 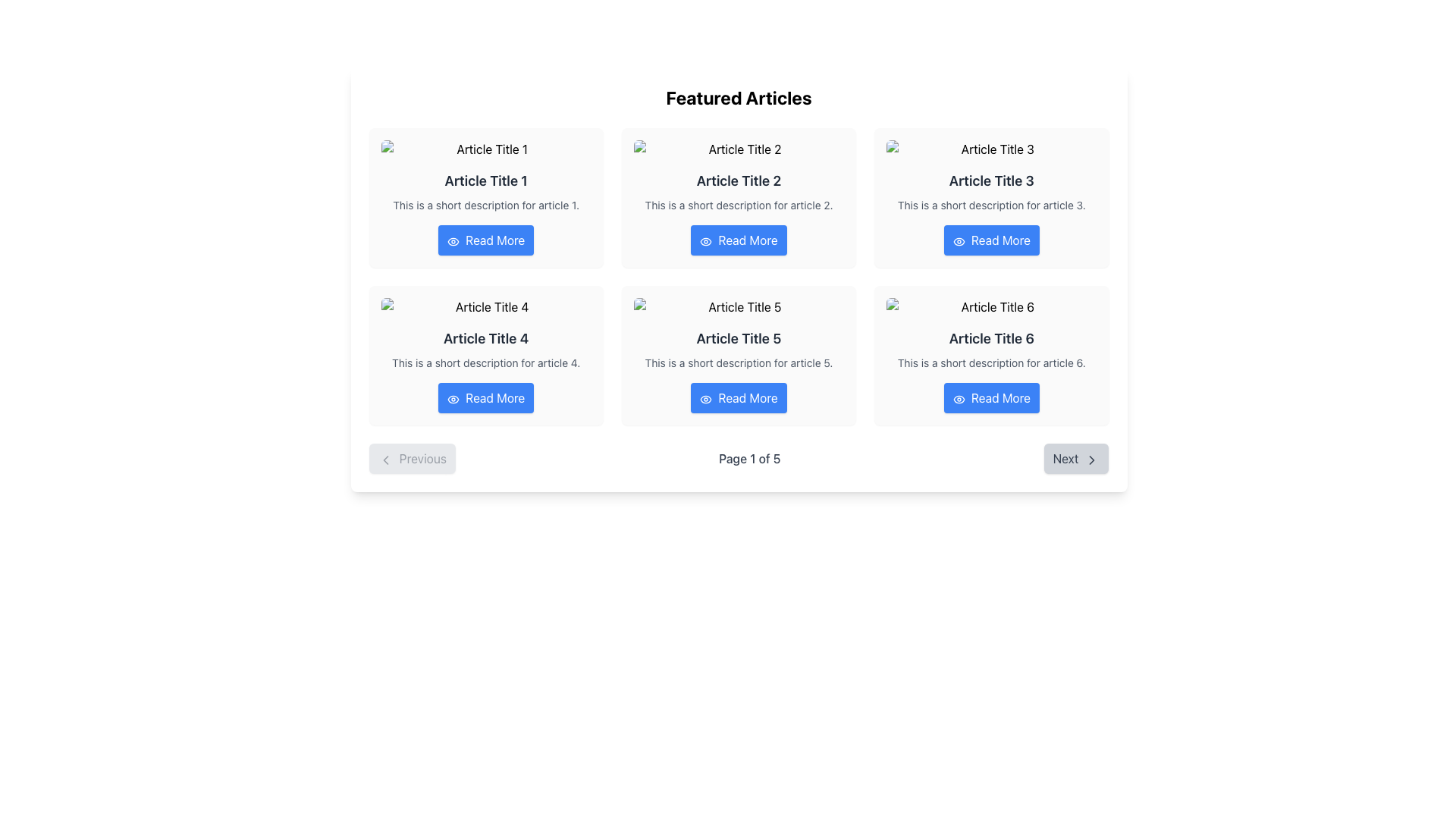 What do you see at coordinates (705, 398) in the screenshot?
I see `the small eye icon located inside the blue 'Read More' button at the bottom of the card labeled 'Article Title 5'` at bounding box center [705, 398].